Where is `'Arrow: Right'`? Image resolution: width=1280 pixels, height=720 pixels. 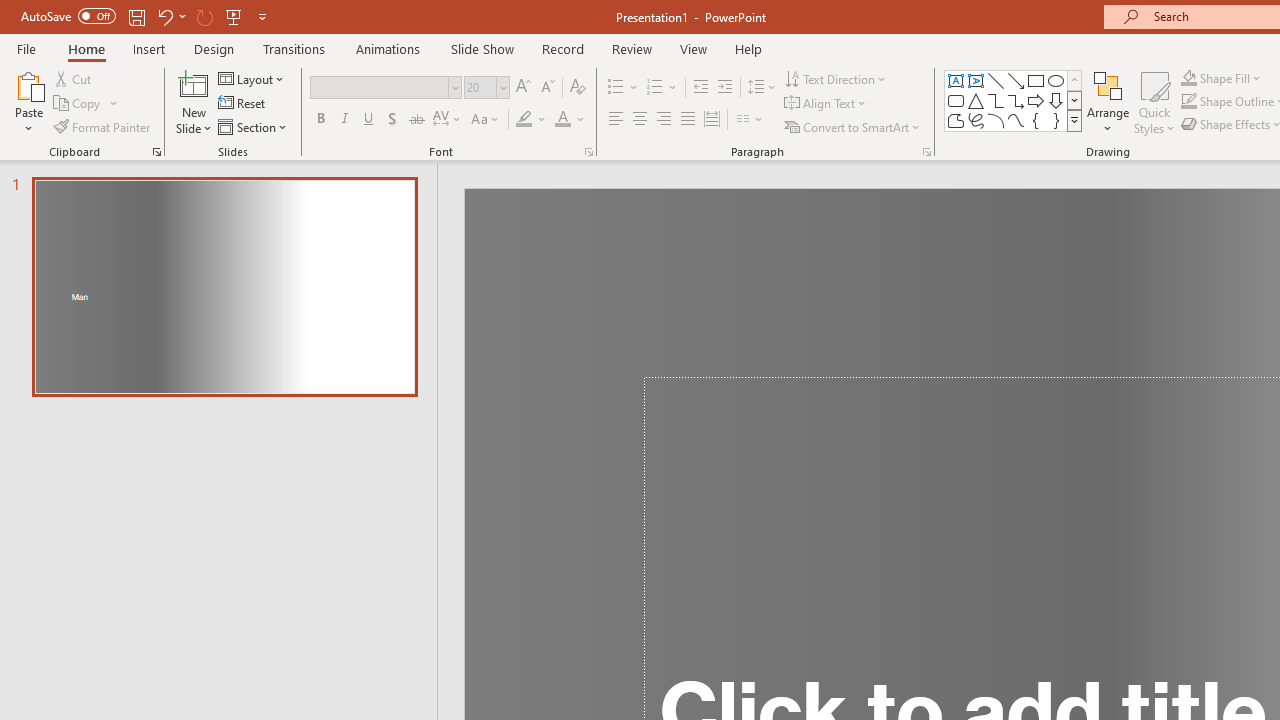
'Arrow: Right' is located at coordinates (1036, 100).